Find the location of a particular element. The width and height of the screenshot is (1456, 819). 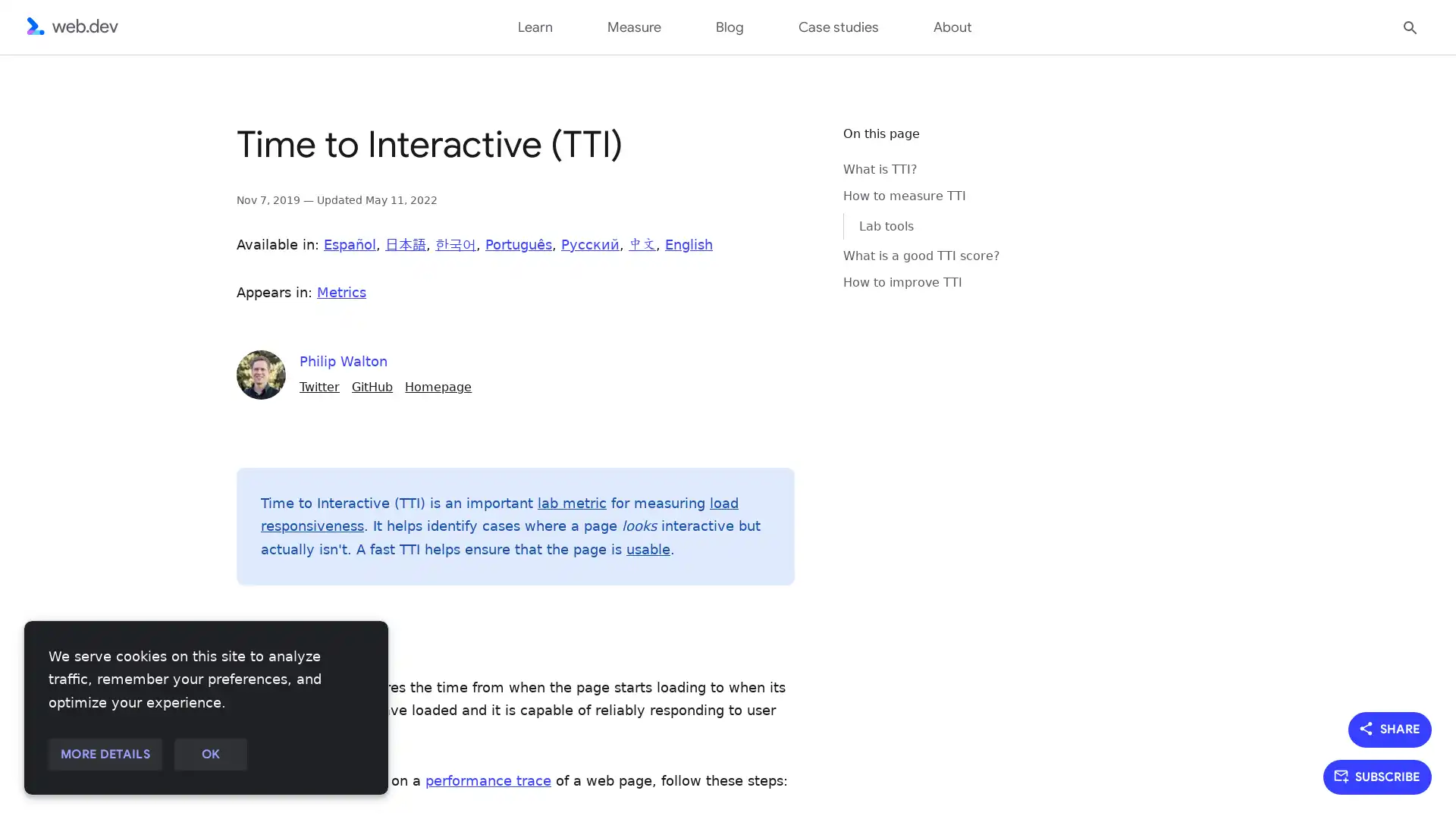

Open search is located at coordinates (1410, 26).